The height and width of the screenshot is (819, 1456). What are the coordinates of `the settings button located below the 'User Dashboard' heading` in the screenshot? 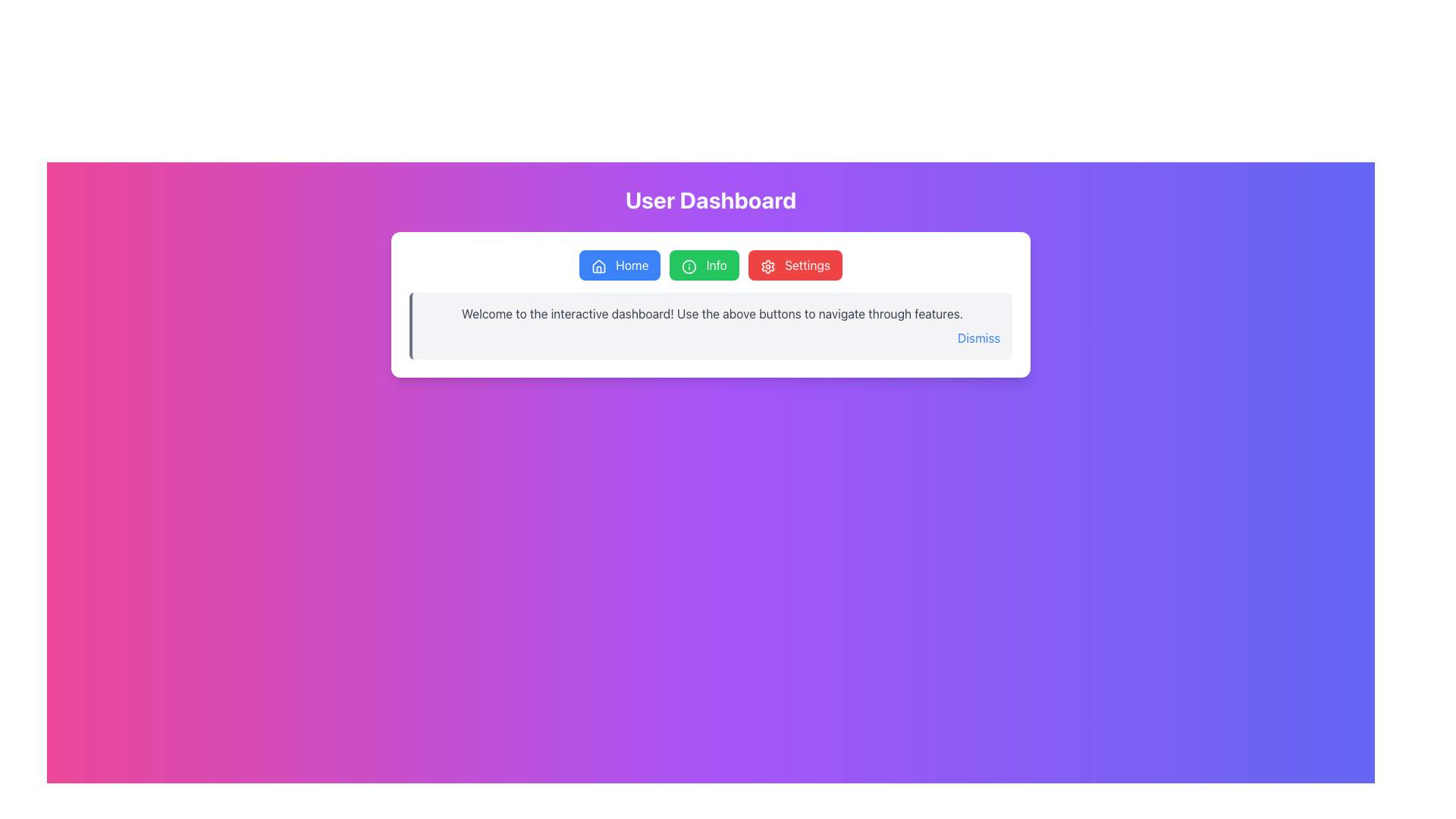 It's located at (794, 265).